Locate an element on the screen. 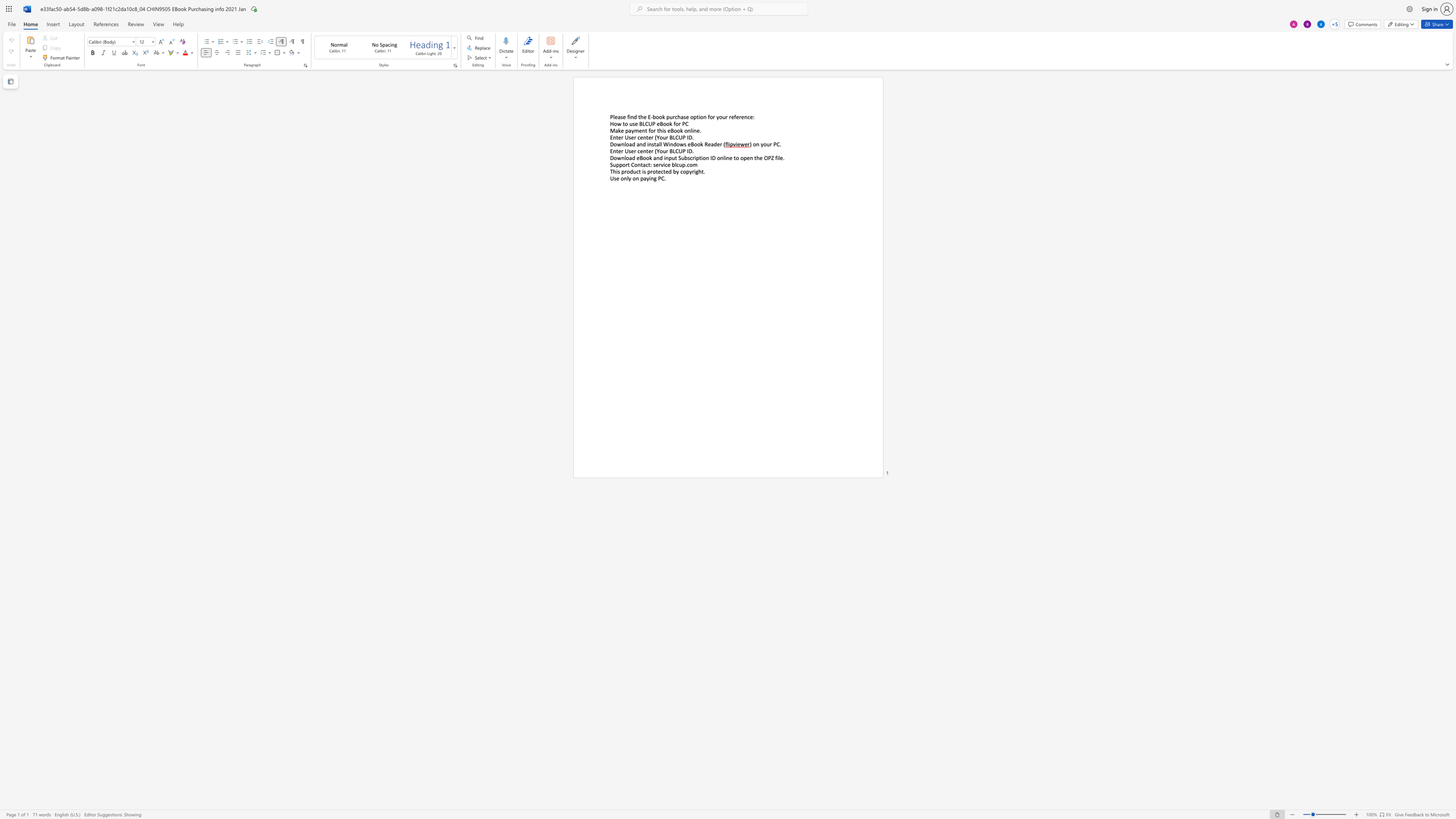 The height and width of the screenshot is (819, 1456). the subset text "ok purchas" within the text "Please find the E-book purchase" is located at coordinates (658, 116).